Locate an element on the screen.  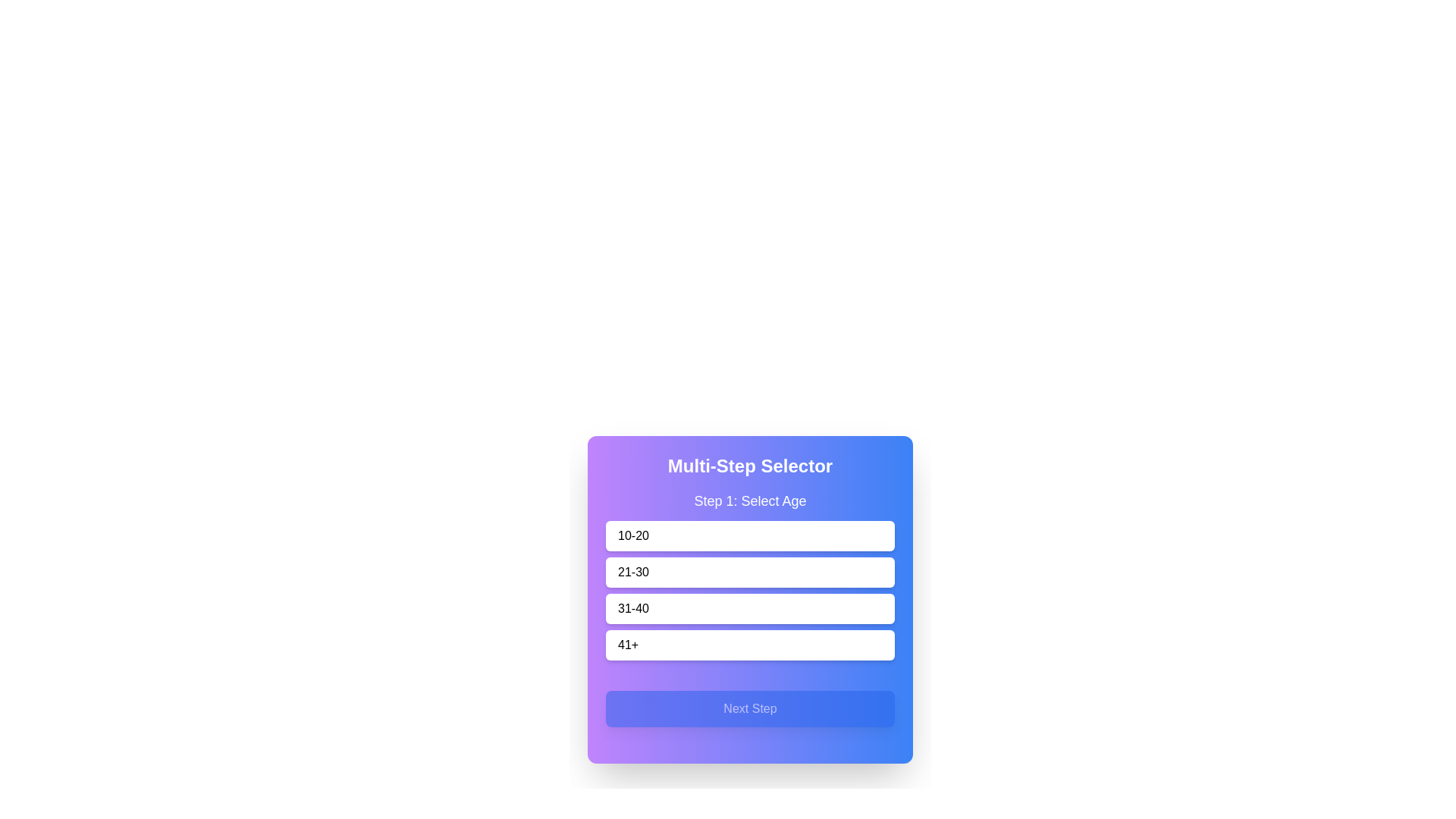
the text label displaying '31-40', which is styled as a selectable button in the age range selection menu, located between '21-30' and '41+' is located at coordinates (633, 607).